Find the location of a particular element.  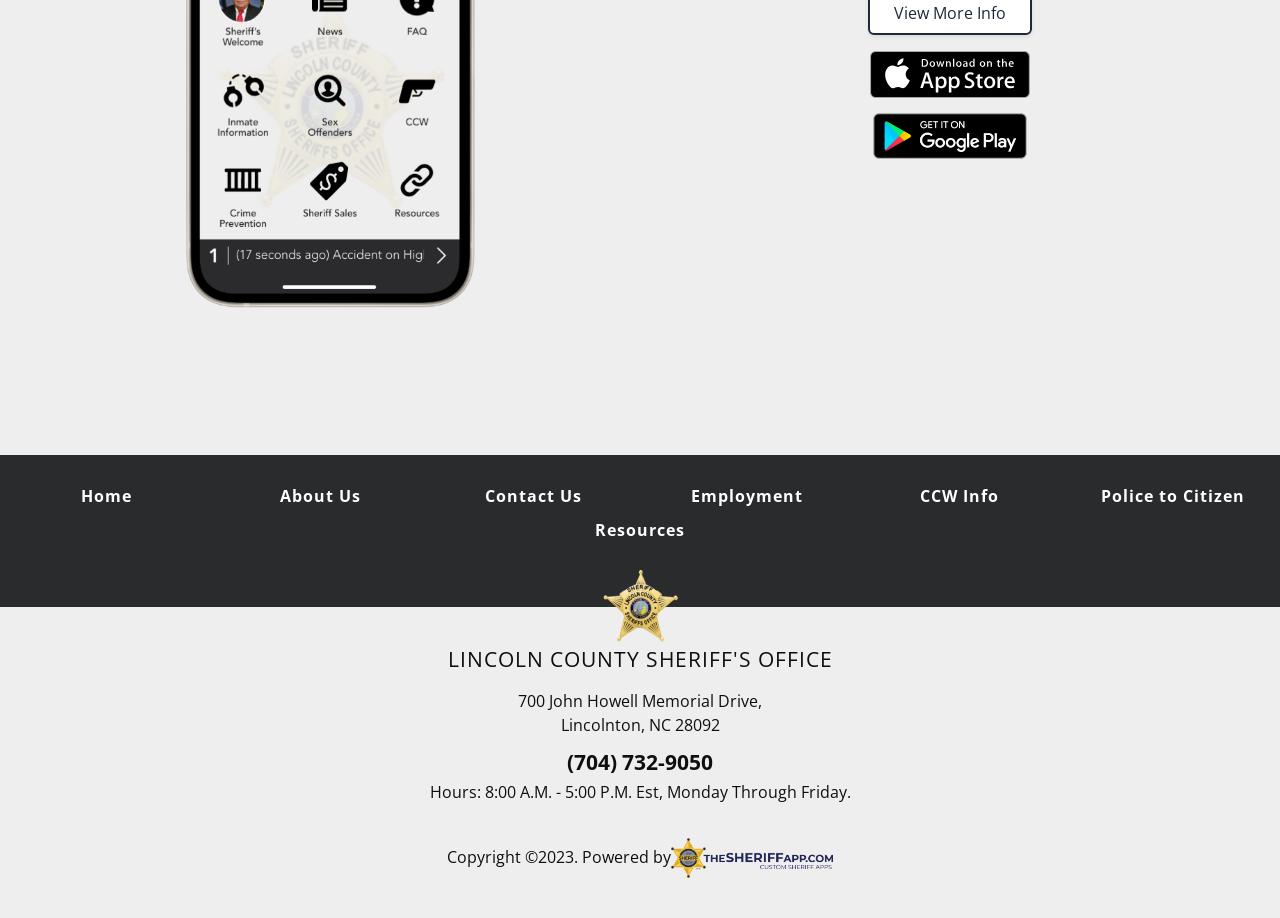

'Contact Us' is located at coordinates (532, 495).